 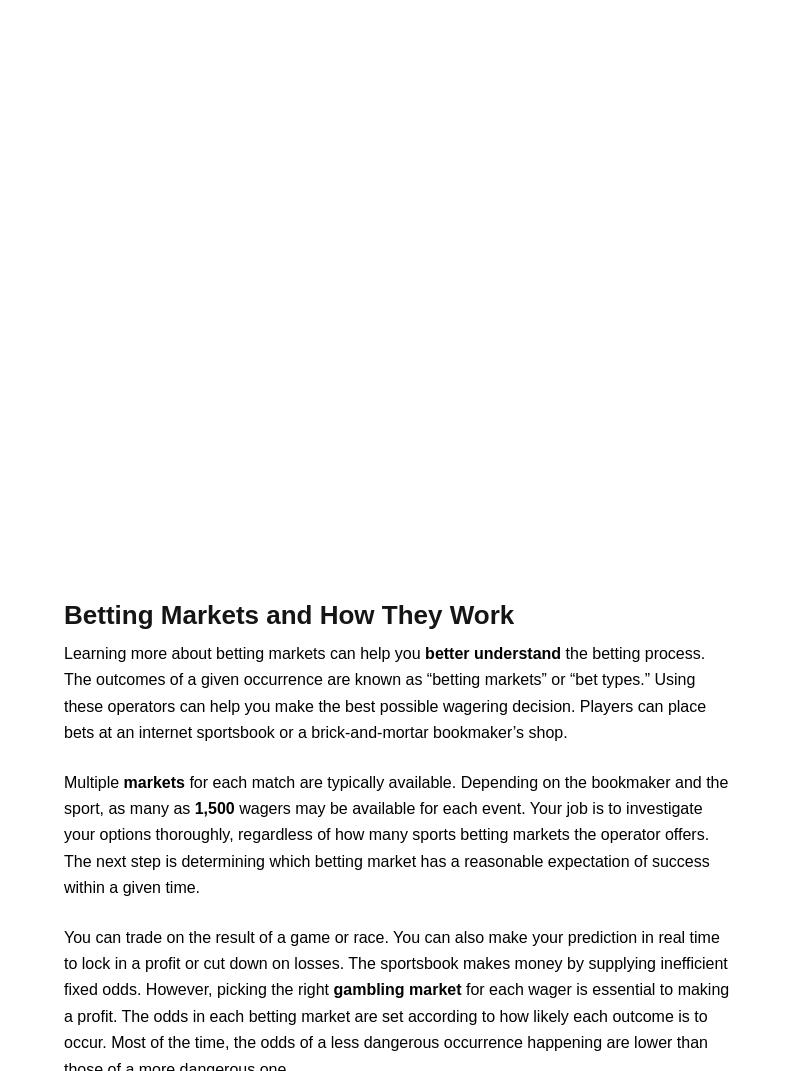 I want to click on 'gambling market', so click(x=332, y=988).